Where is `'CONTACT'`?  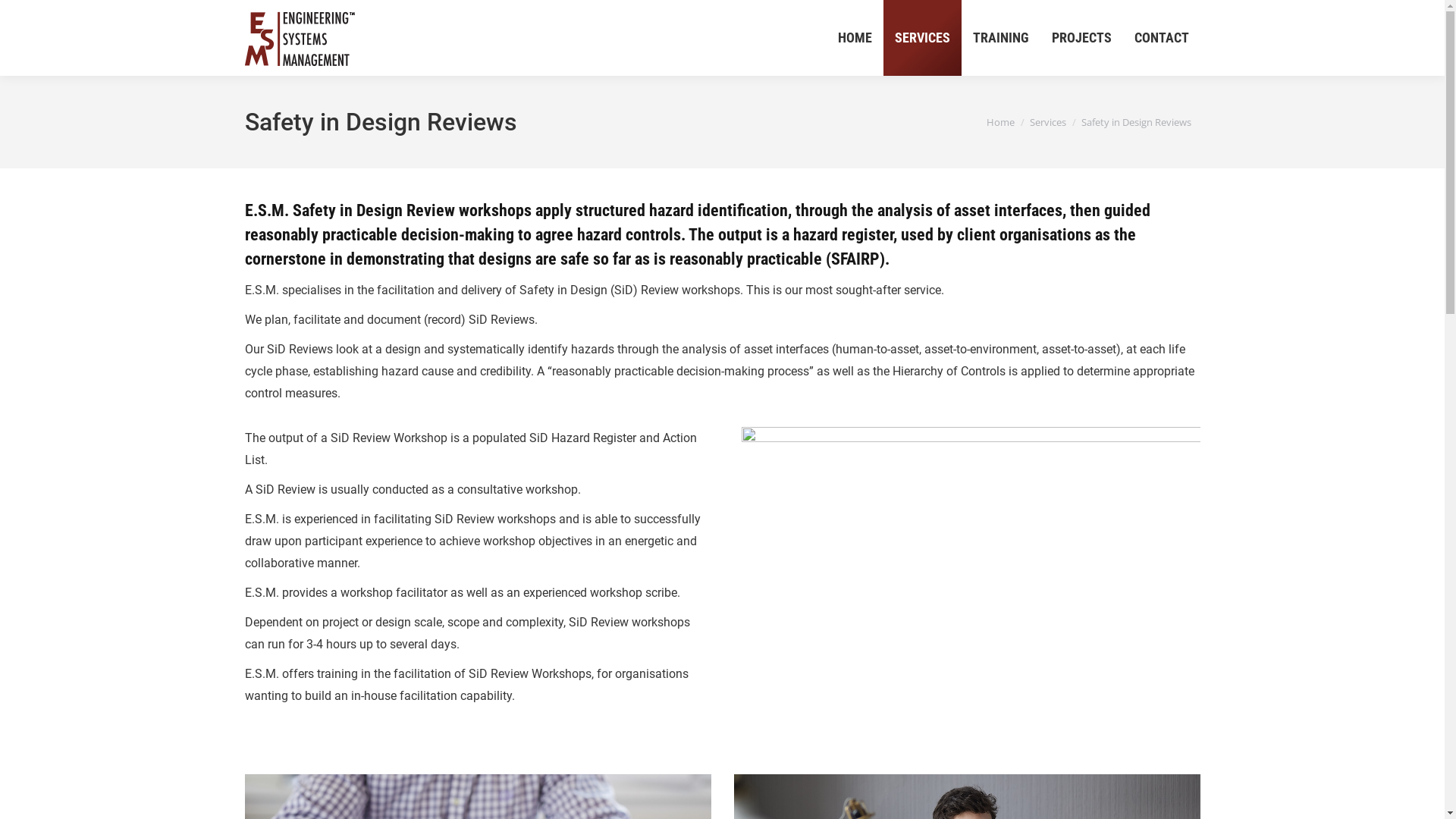
'CONTACT' is located at coordinates (1122, 37).